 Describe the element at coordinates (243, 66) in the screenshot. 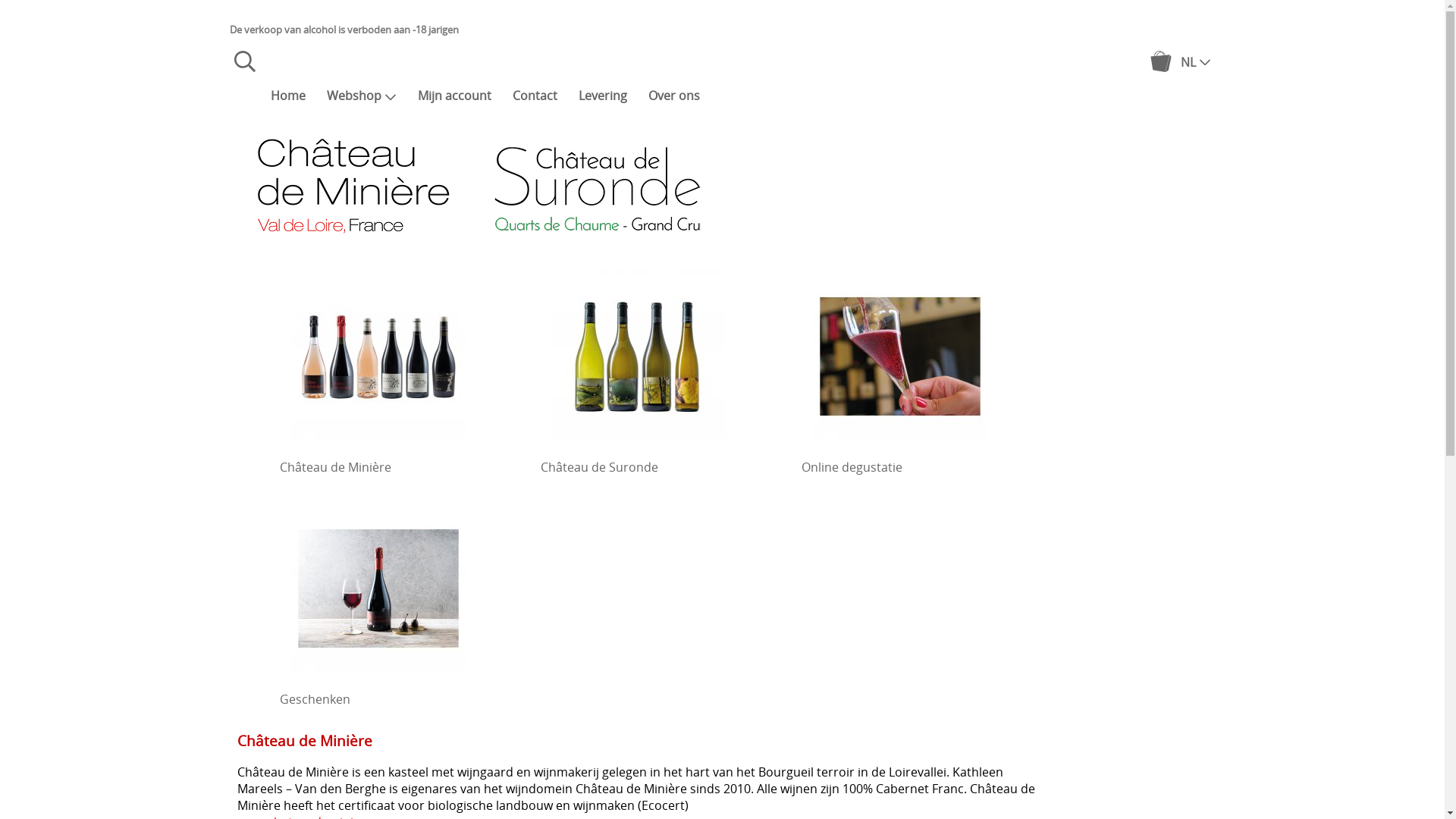

I see `'Zoeken'` at that location.